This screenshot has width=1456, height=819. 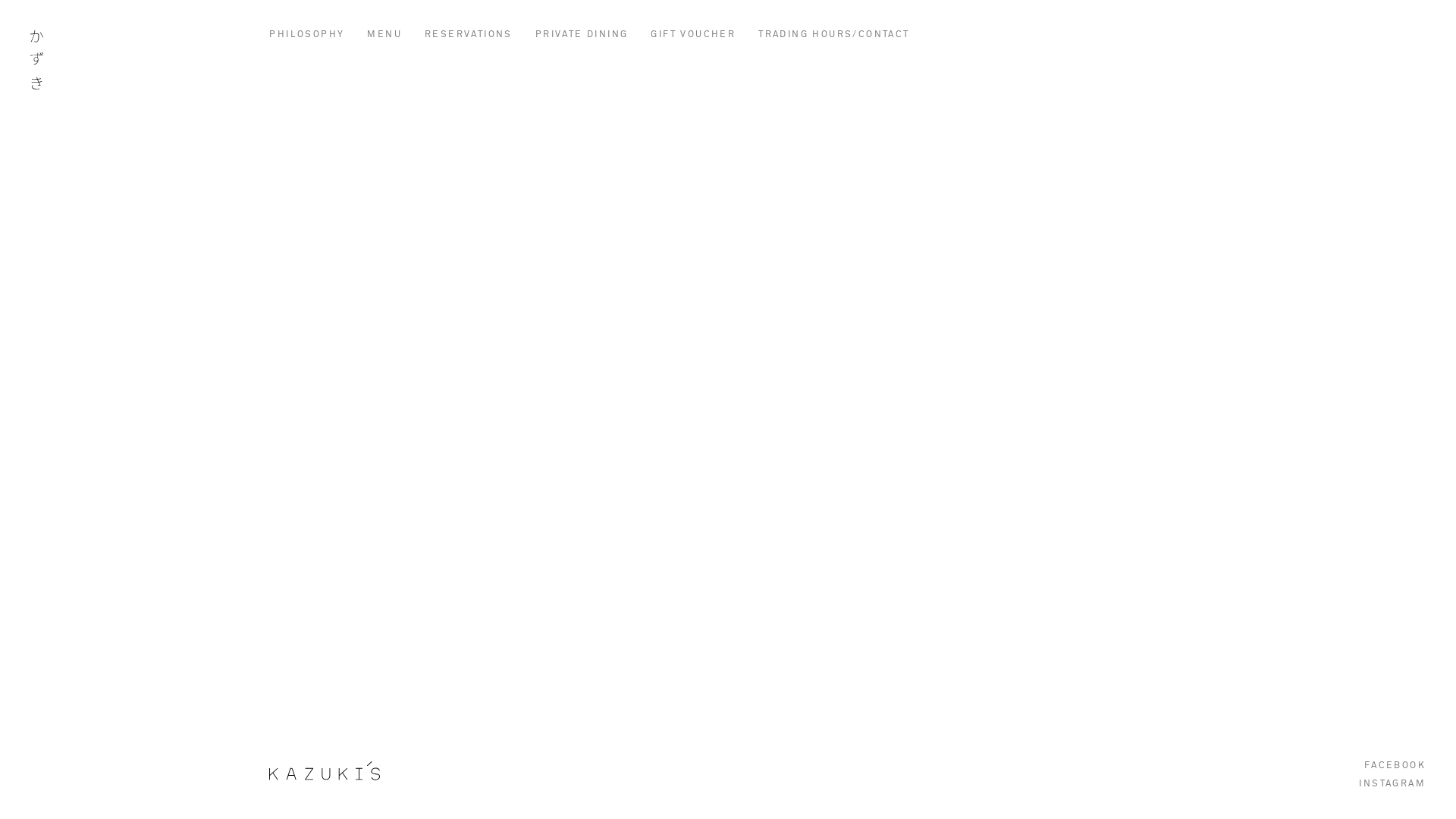 What do you see at coordinates (306, 34) in the screenshot?
I see `'PHILOSOPHY'` at bounding box center [306, 34].